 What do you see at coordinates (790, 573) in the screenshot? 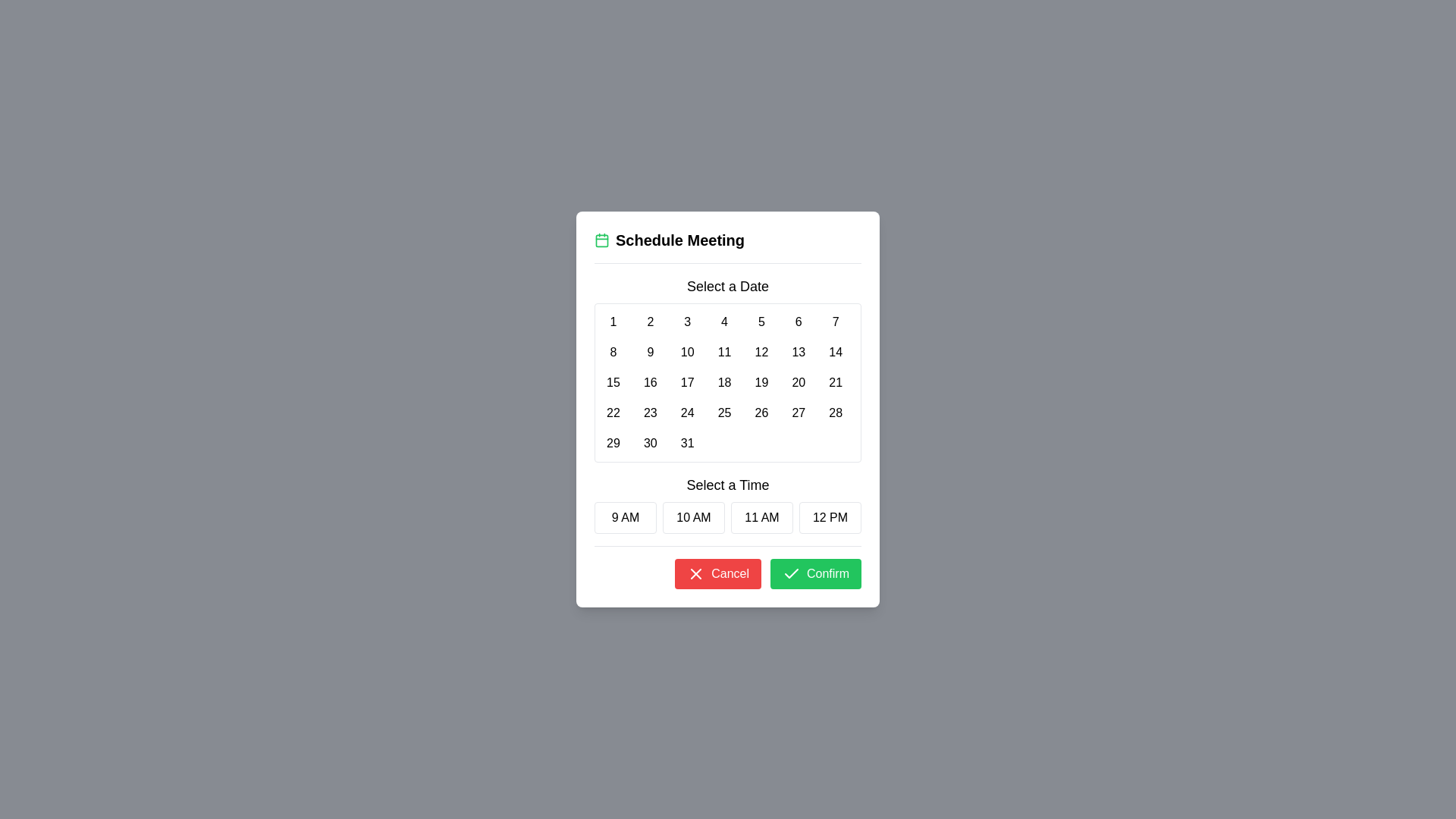
I see `the checkmark icon element, which is part of the green Confirm button located at the bottom right corner of the dialog box` at bounding box center [790, 573].